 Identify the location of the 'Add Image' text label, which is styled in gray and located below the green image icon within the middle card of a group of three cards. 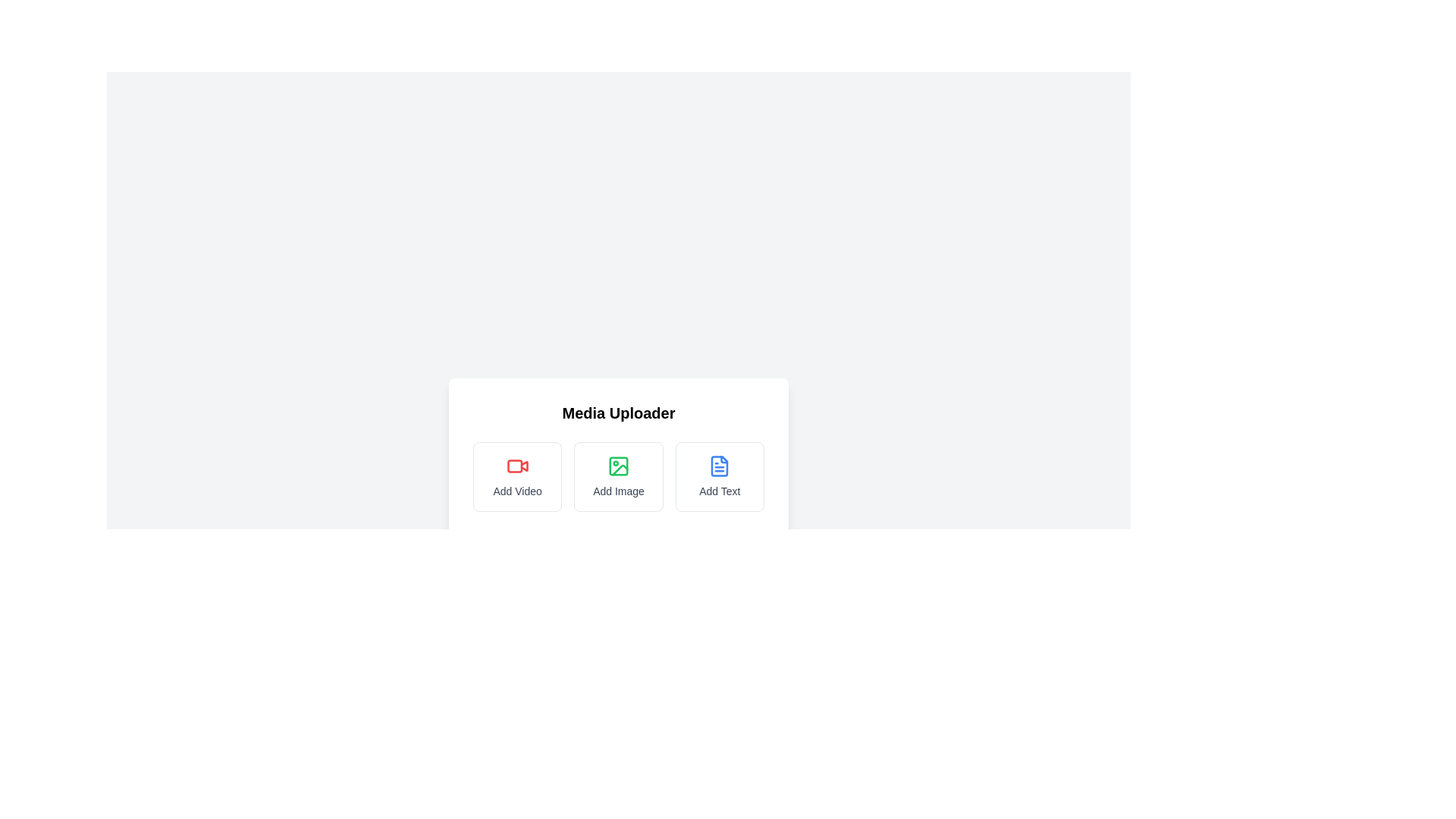
(619, 491).